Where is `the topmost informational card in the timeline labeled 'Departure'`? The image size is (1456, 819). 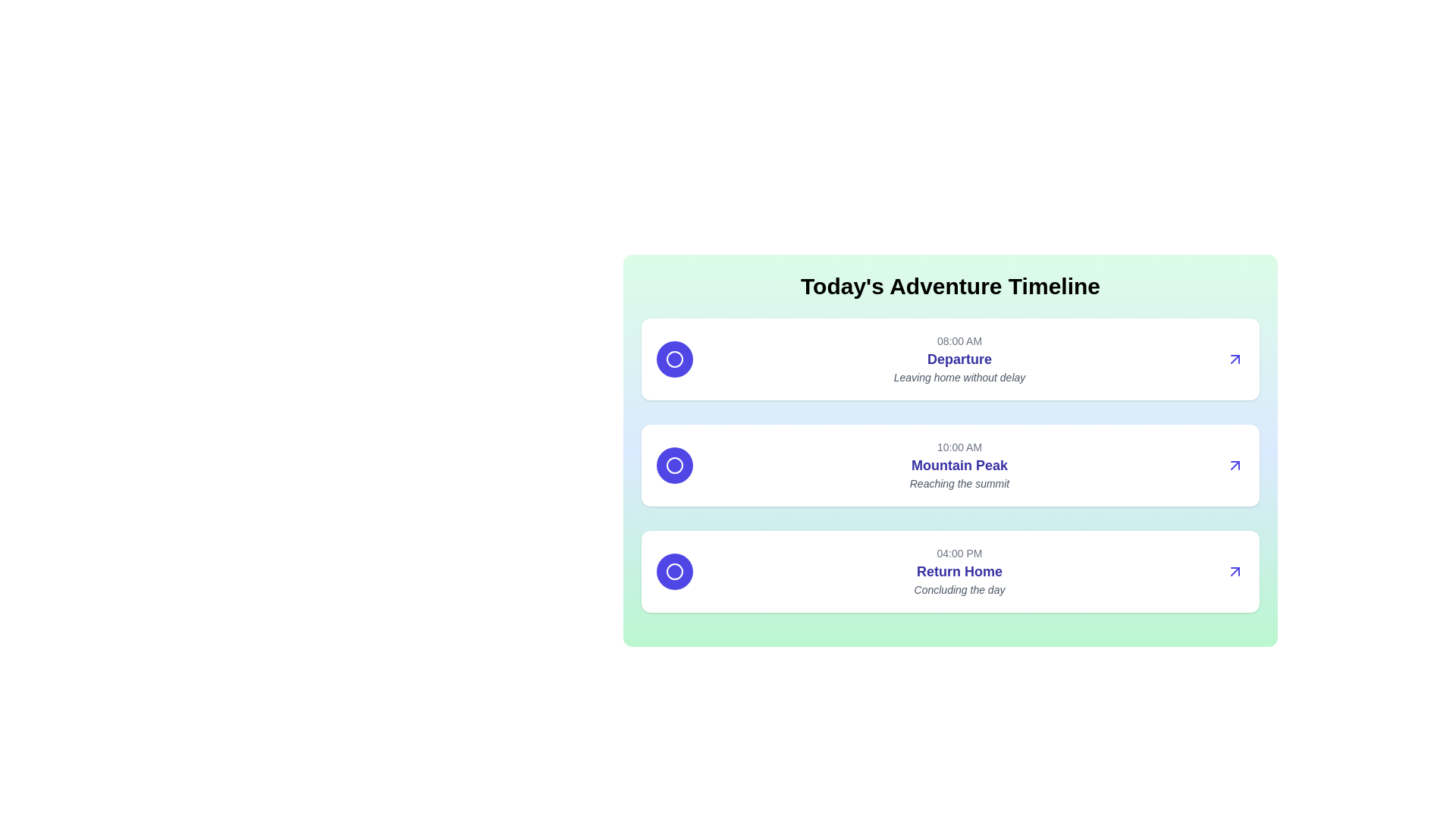 the topmost informational card in the timeline labeled 'Departure' is located at coordinates (949, 359).